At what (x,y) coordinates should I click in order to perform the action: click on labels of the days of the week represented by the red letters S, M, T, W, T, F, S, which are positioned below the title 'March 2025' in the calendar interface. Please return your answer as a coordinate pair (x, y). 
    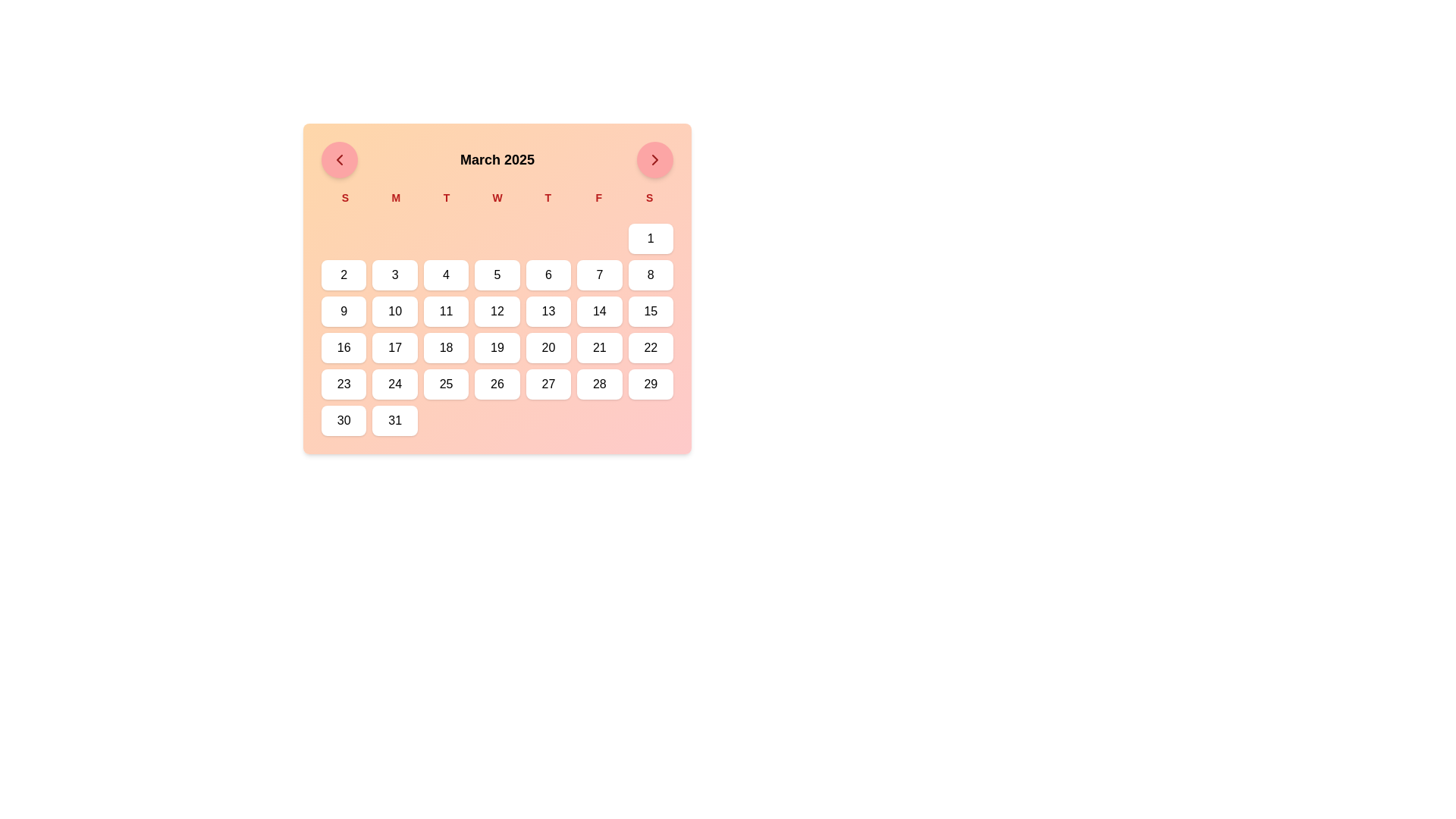
    Looking at the image, I should click on (497, 197).